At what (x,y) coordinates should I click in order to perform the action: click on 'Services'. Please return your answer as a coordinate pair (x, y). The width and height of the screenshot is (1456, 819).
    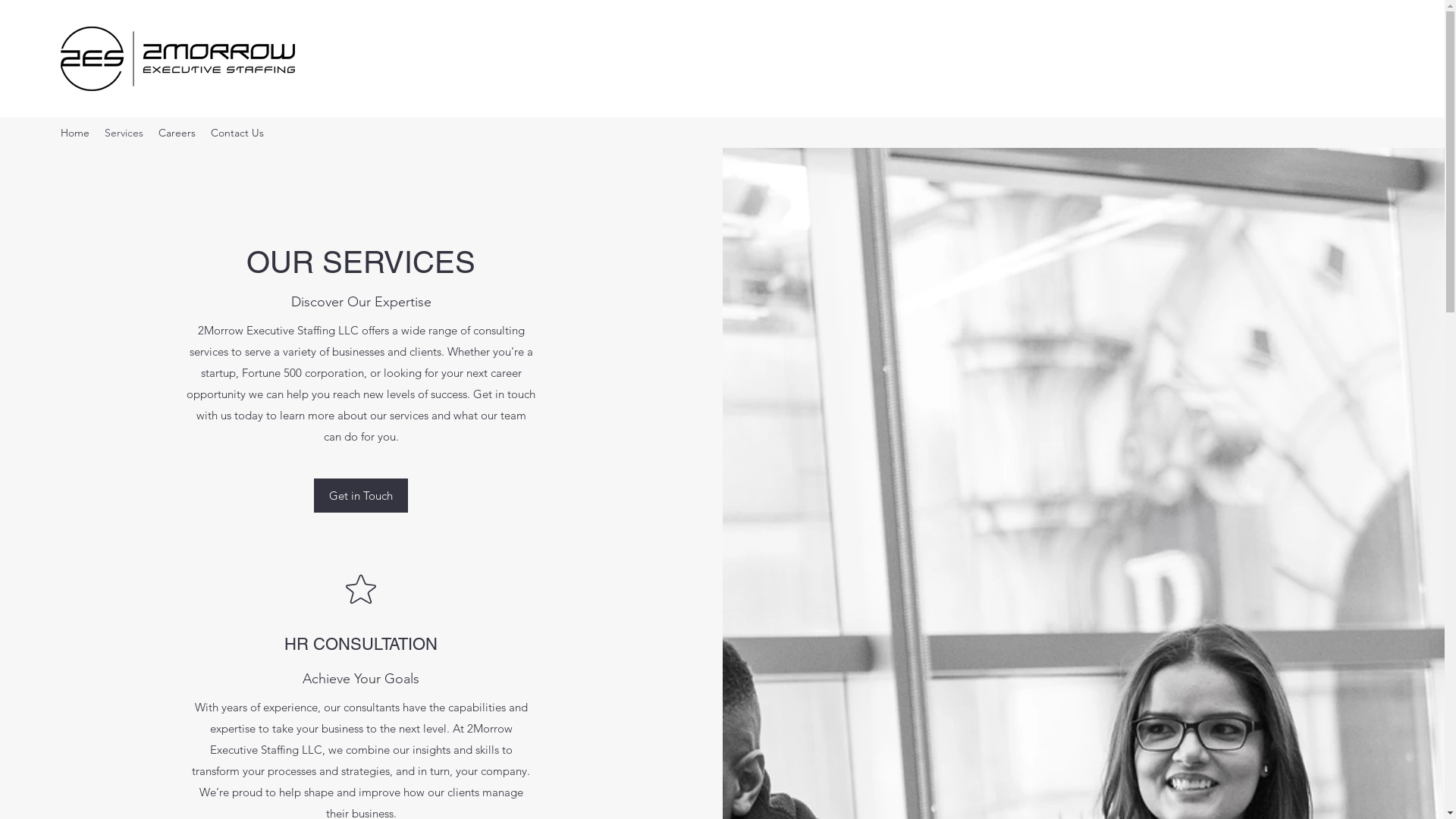
    Looking at the image, I should click on (124, 131).